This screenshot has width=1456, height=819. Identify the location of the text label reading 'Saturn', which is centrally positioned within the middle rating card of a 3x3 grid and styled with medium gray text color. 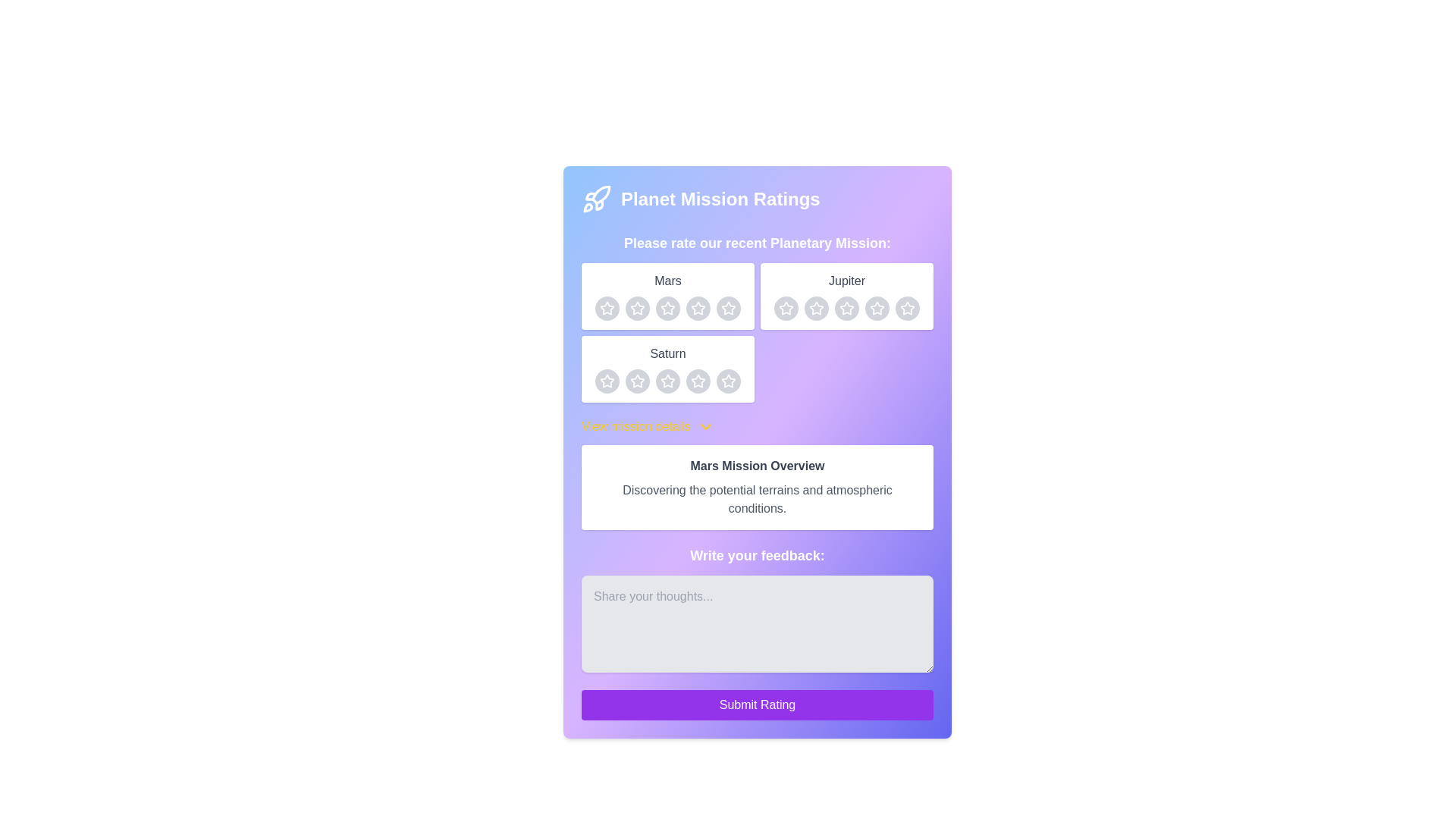
(667, 353).